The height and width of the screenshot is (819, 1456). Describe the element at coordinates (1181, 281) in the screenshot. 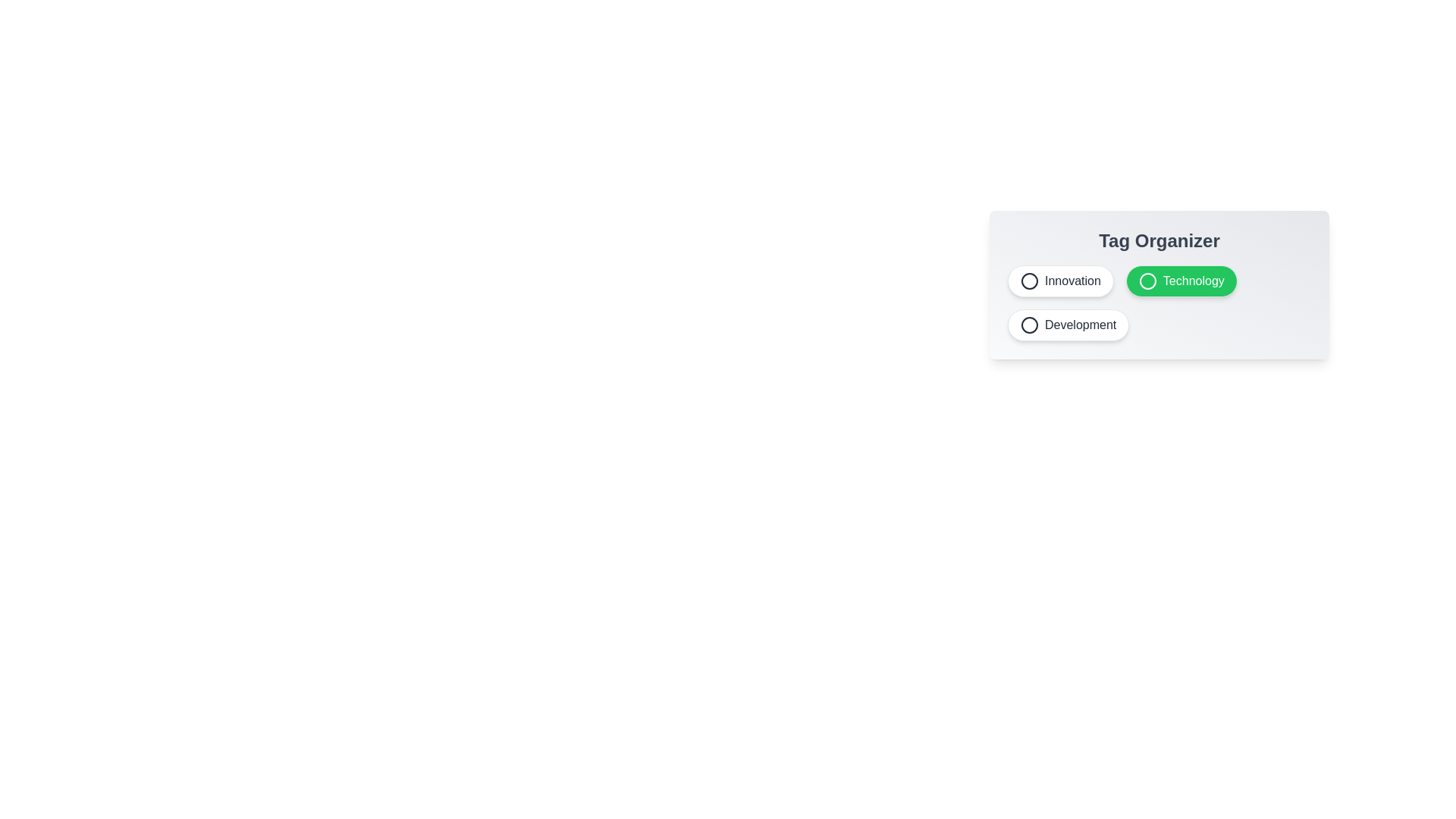

I see `the tag Technology` at that location.